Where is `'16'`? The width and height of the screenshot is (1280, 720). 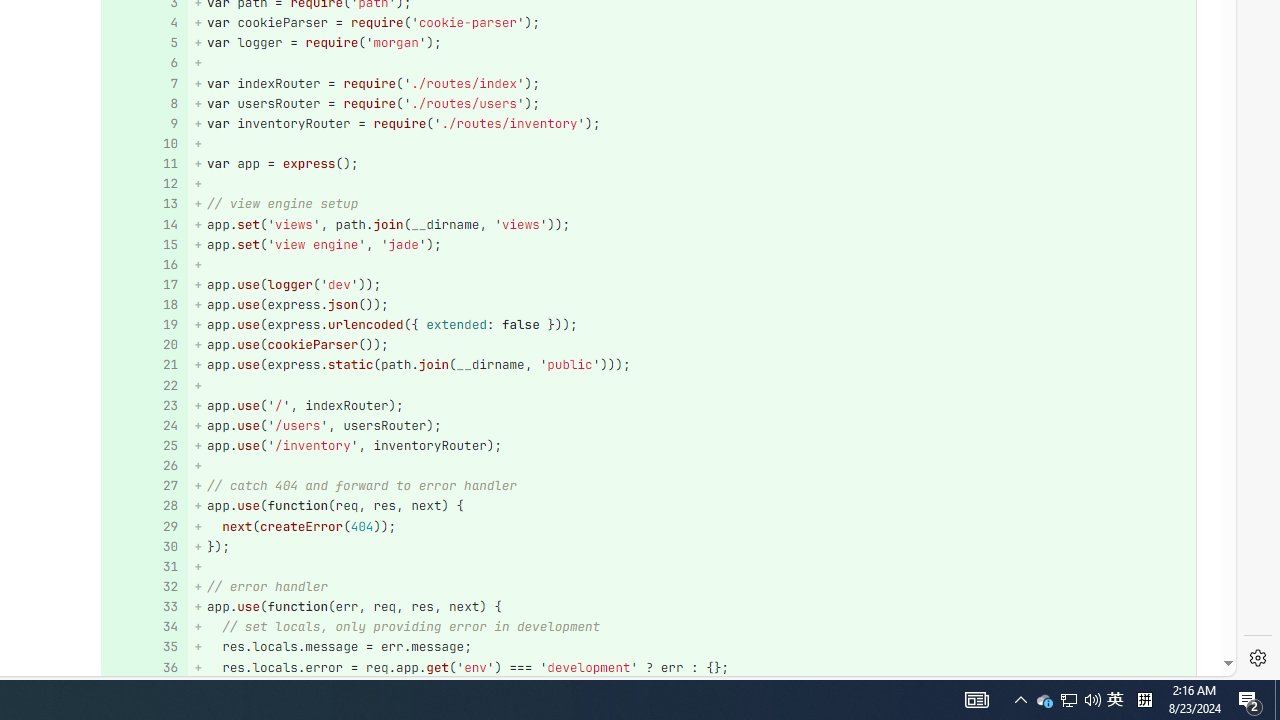
'16' is located at coordinates (141, 263).